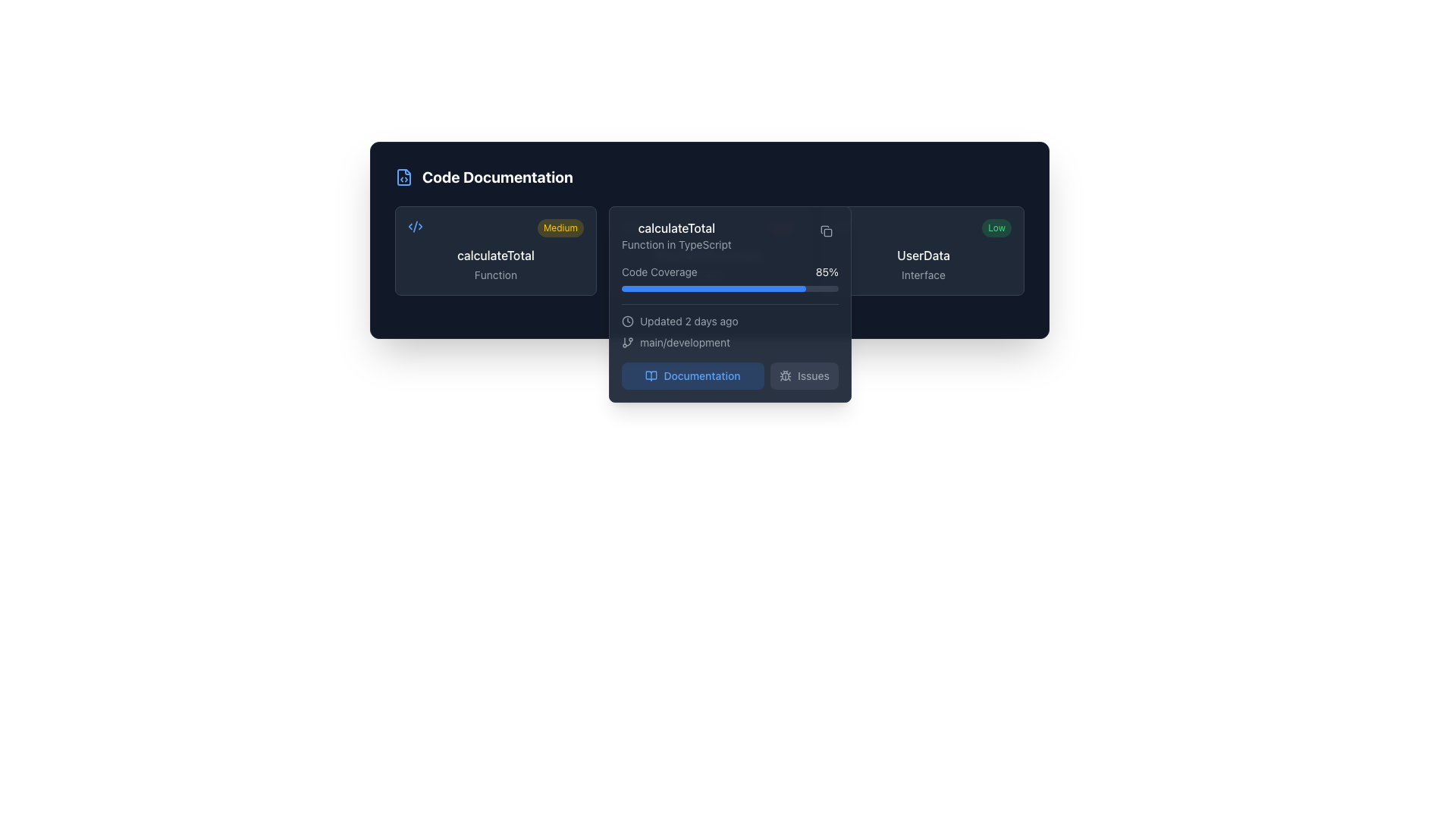 The height and width of the screenshot is (819, 1456). I want to click on the label displaying the last update timestamp, located in the second row of the card, just above the text 'main/development', to the right of the clock icon, so click(730, 321).